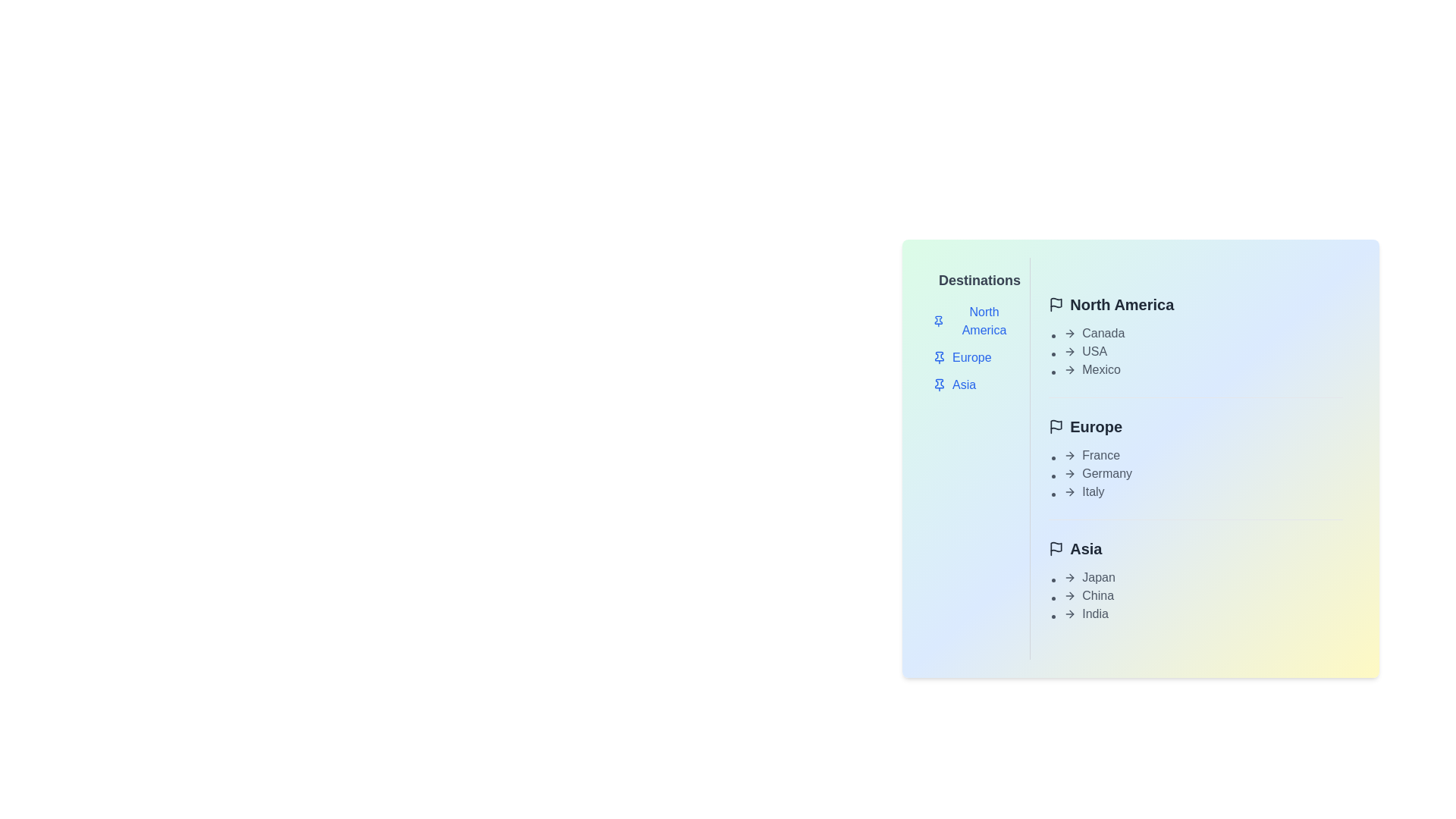  What do you see at coordinates (1195, 472) in the screenshot?
I see `the individual country entry in the vertical list of countries (France, Germany, Italy) styled in gray under the 'Europe' section` at bounding box center [1195, 472].